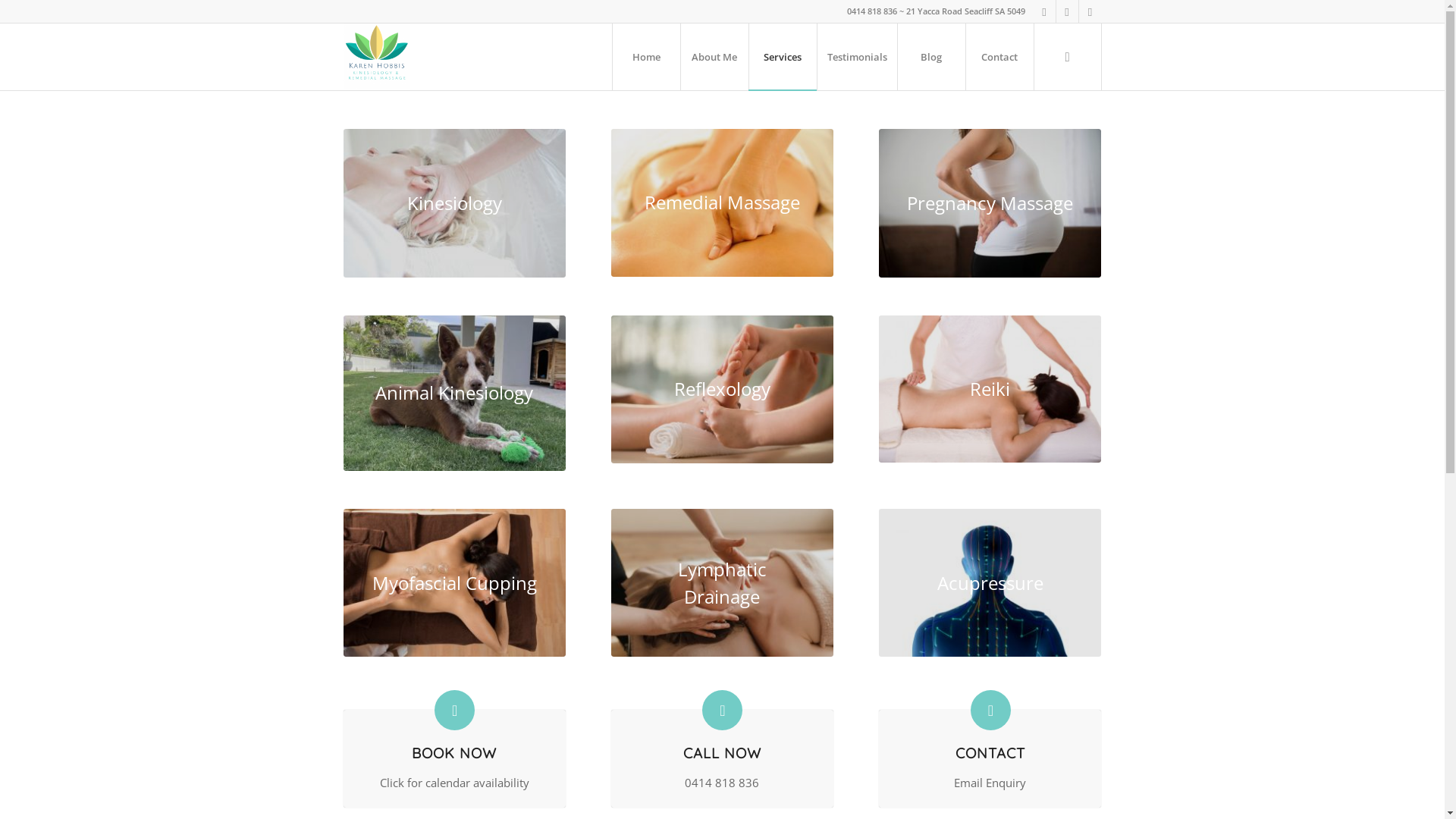 This screenshot has height=819, width=1456. Describe the element at coordinates (990, 388) in the screenshot. I see `'Reiki'` at that location.